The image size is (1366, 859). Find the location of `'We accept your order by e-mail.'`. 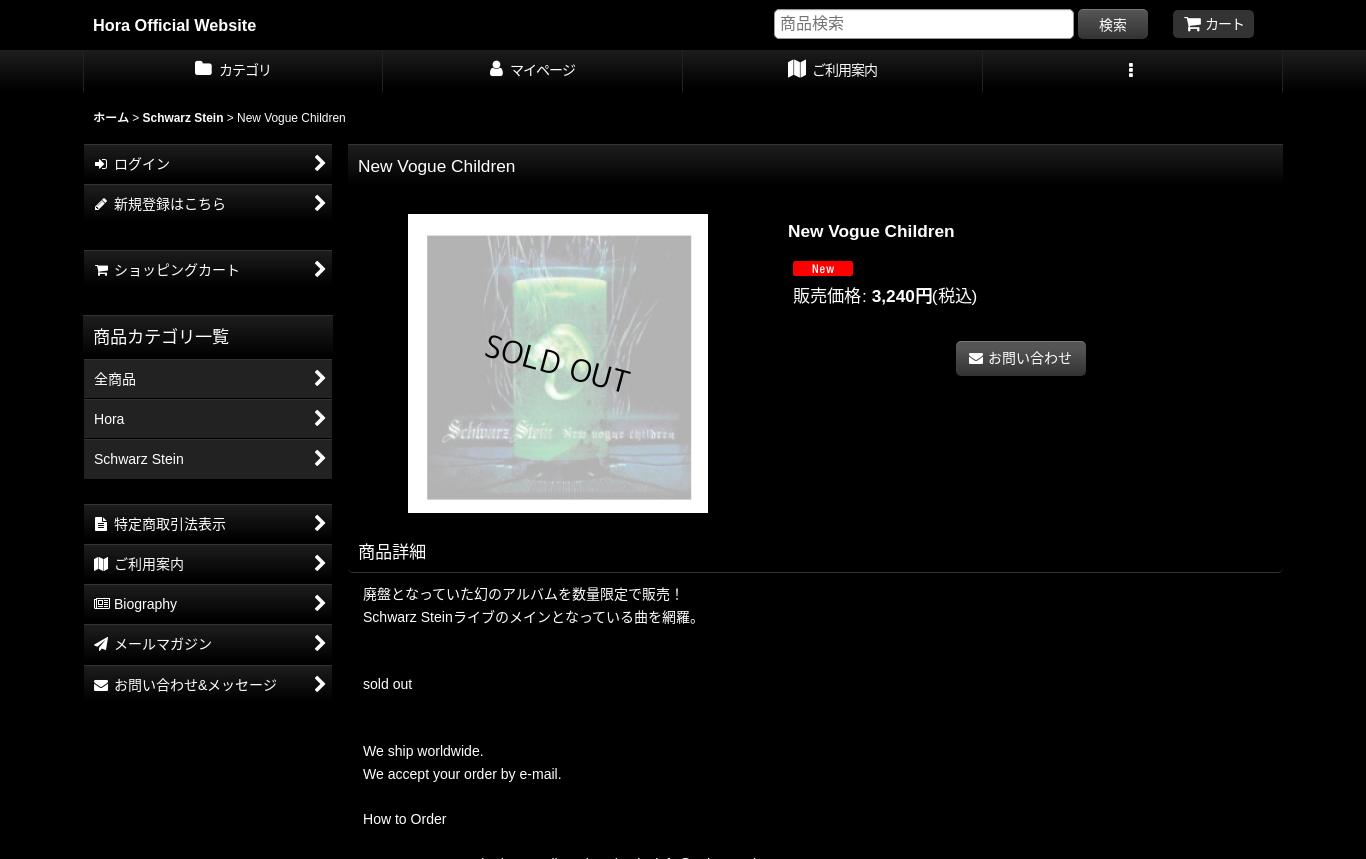

'We accept your order by e-mail.' is located at coordinates (361, 773).